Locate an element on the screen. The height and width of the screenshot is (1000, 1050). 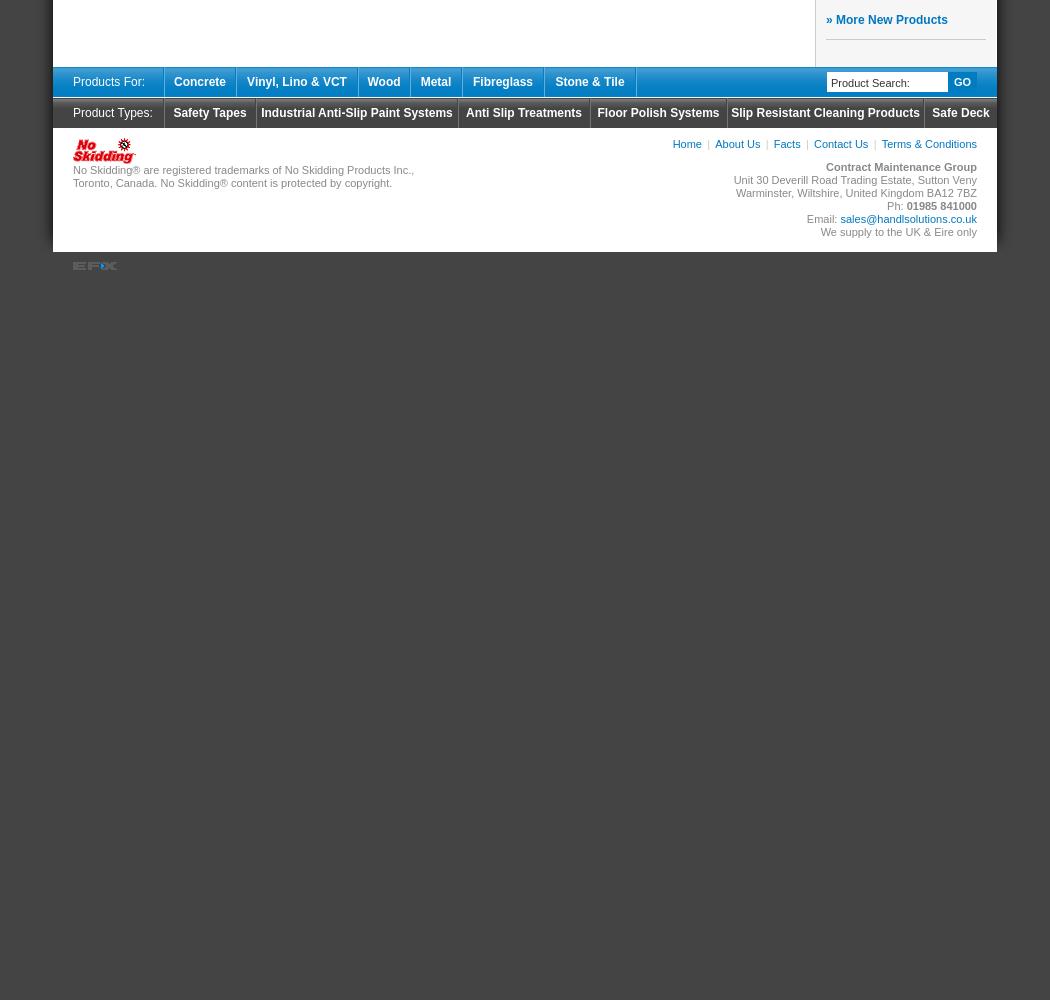
'Stone 
            & Tile' is located at coordinates (588, 80).